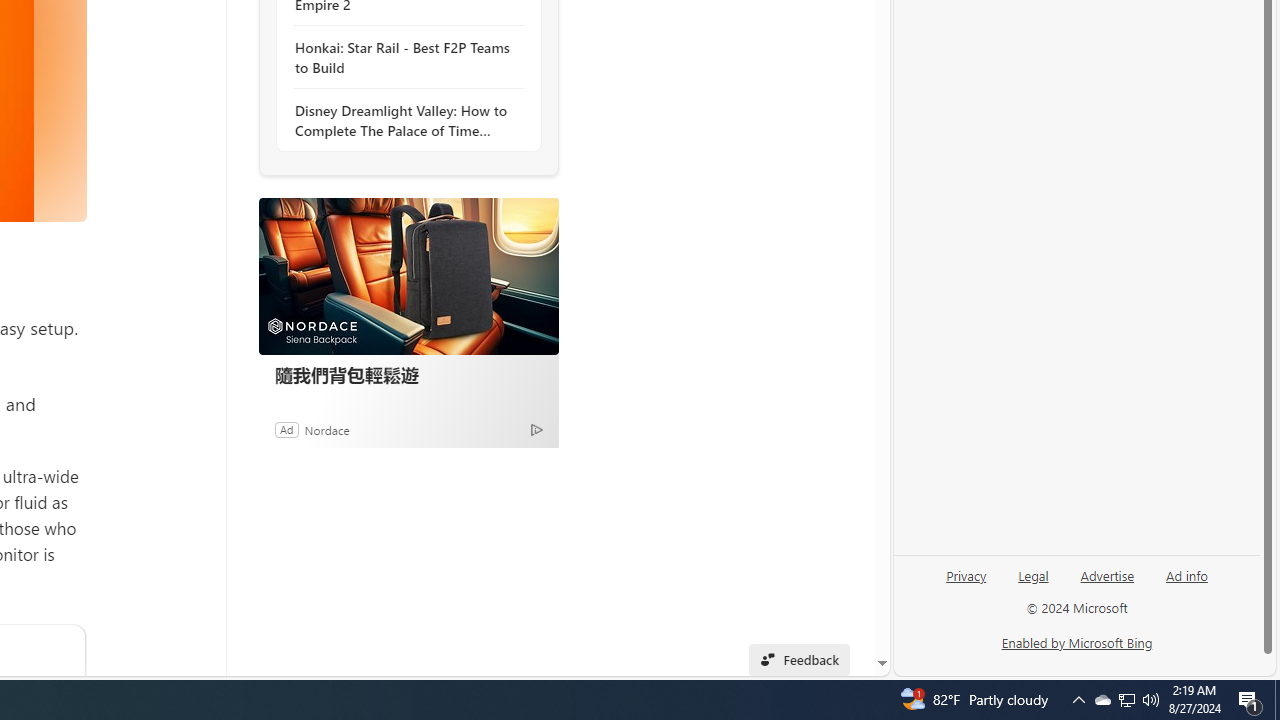 Image resolution: width=1280 pixels, height=720 pixels. What do you see at coordinates (967, 583) in the screenshot?
I see `'Privacy'` at bounding box center [967, 583].